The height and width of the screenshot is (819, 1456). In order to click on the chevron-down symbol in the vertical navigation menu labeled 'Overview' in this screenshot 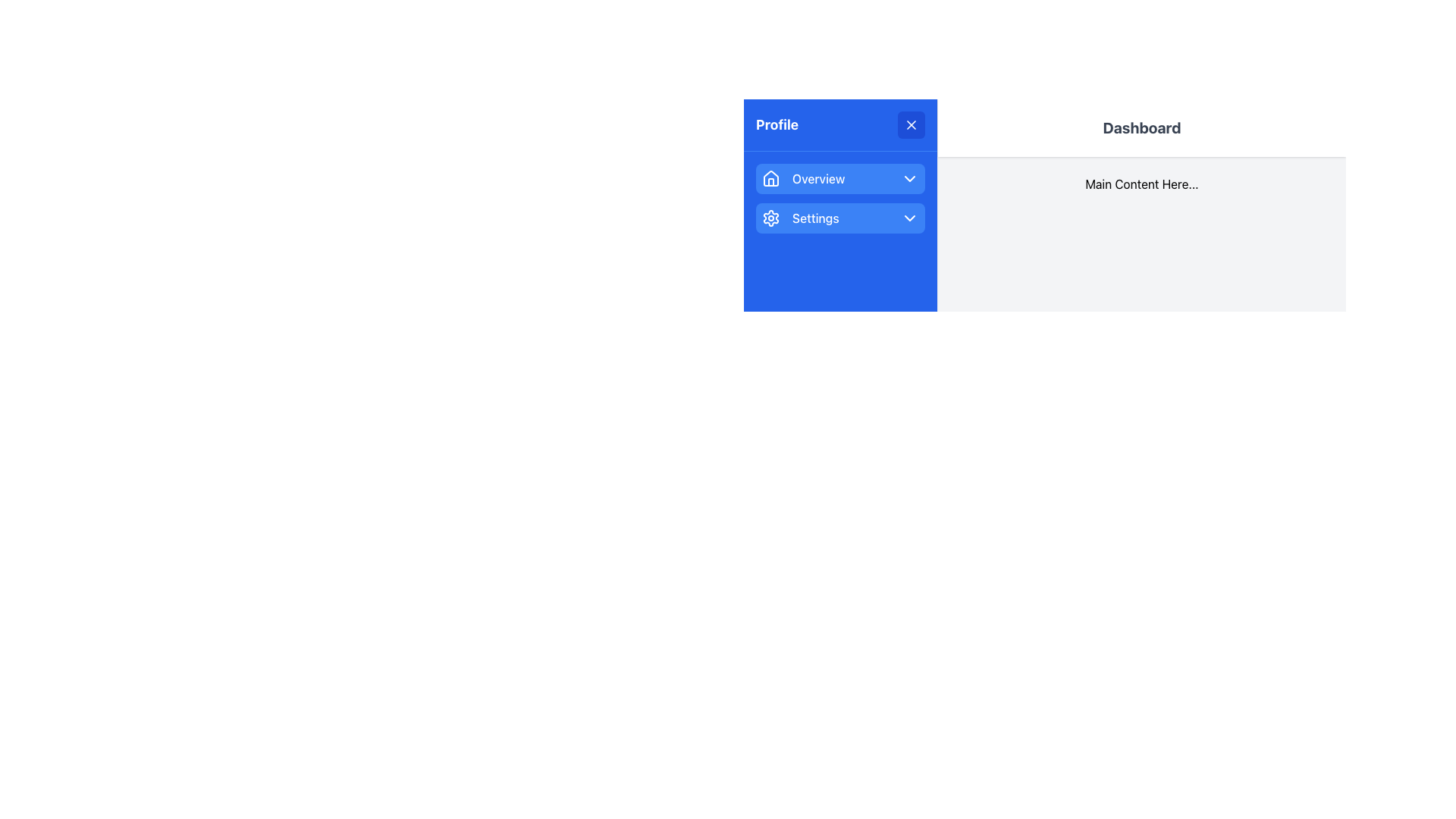, I will do `click(839, 198)`.